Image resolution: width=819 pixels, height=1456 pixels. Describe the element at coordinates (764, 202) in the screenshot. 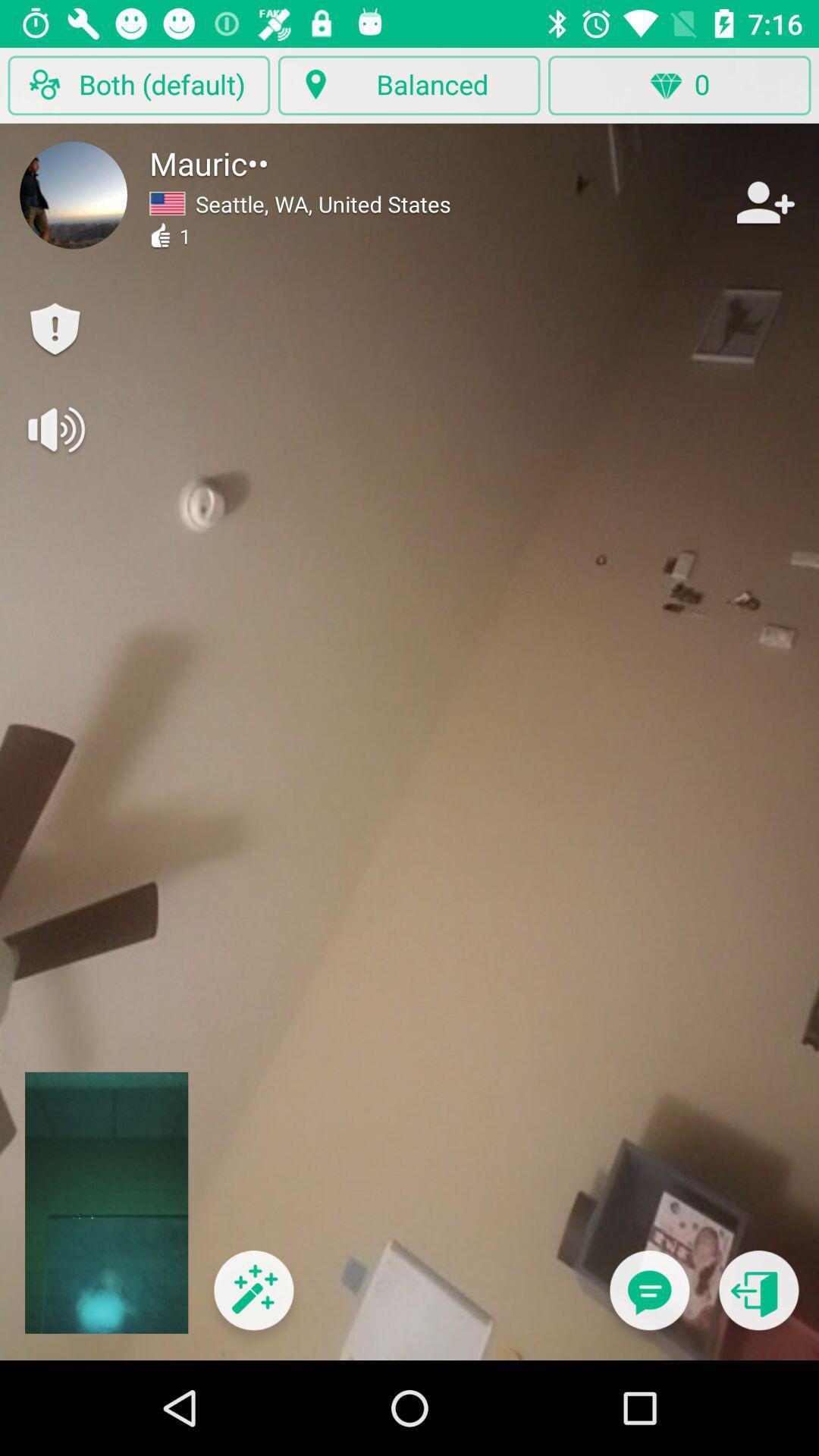

I see `additional viewer/attendee` at that location.